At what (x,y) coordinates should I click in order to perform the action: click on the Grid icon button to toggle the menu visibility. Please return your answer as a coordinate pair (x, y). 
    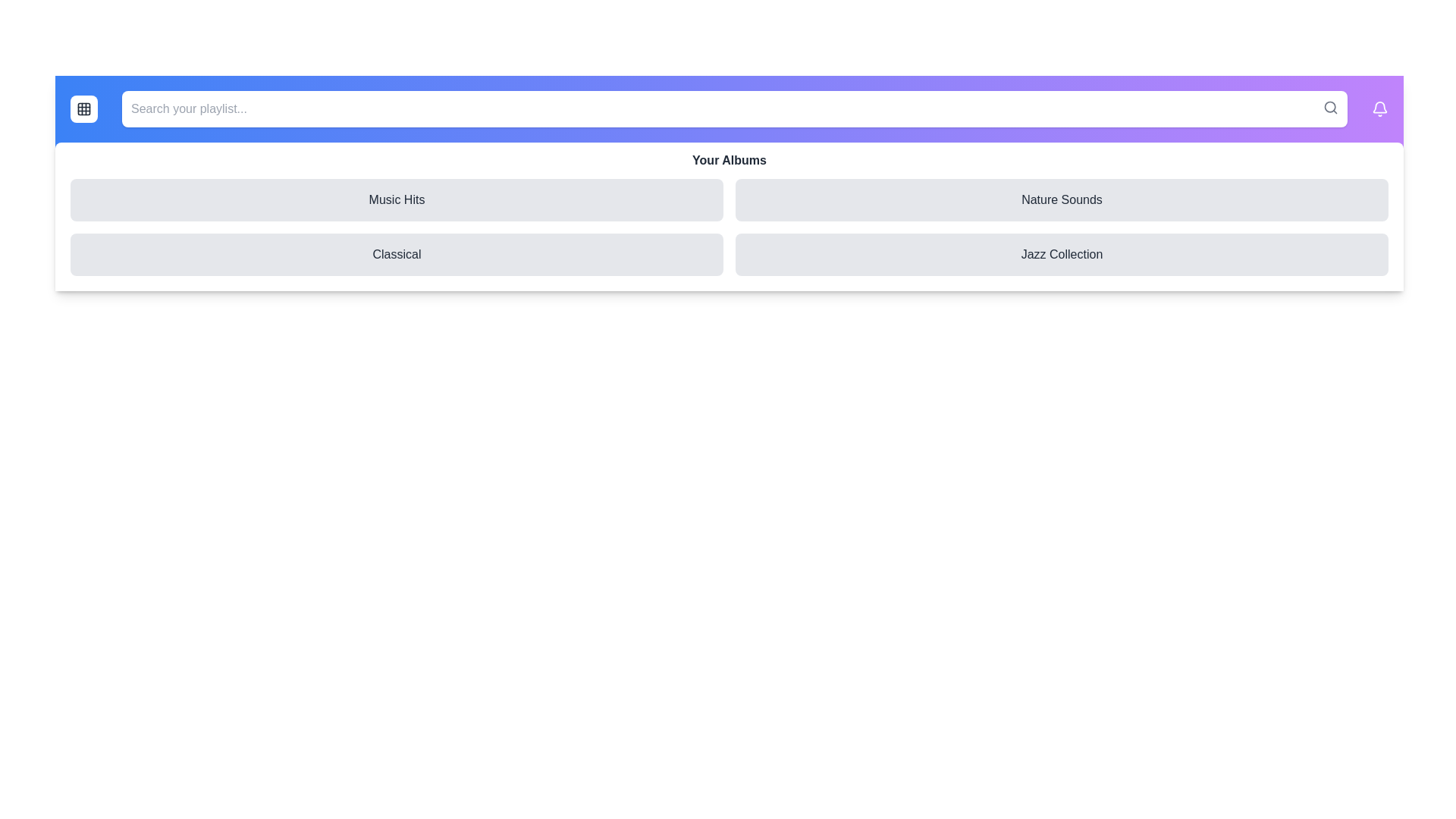
    Looking at the image, I should click on (83, 108).